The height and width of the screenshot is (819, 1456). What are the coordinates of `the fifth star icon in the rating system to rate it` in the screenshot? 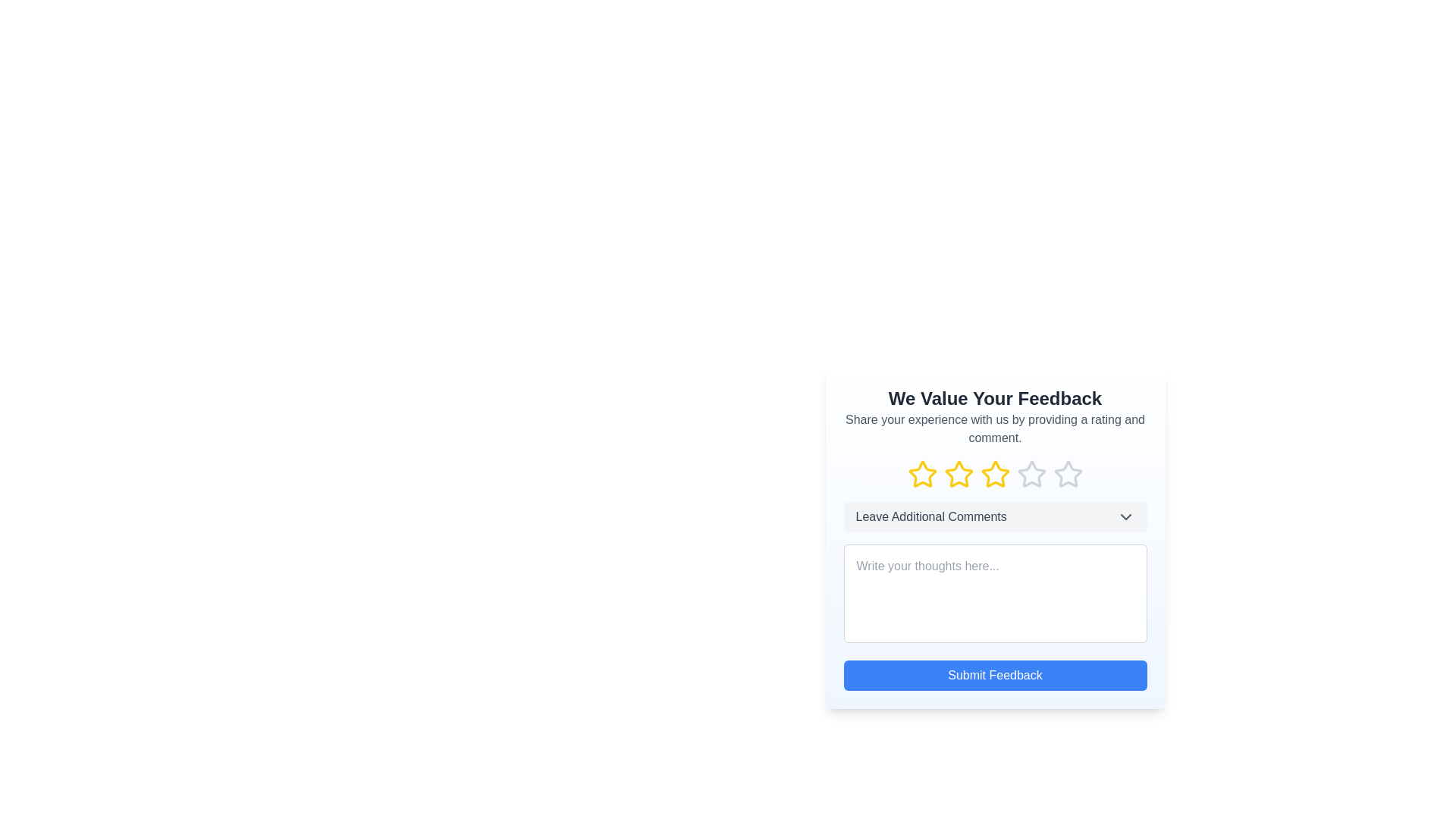 It's located at (1031, 473).